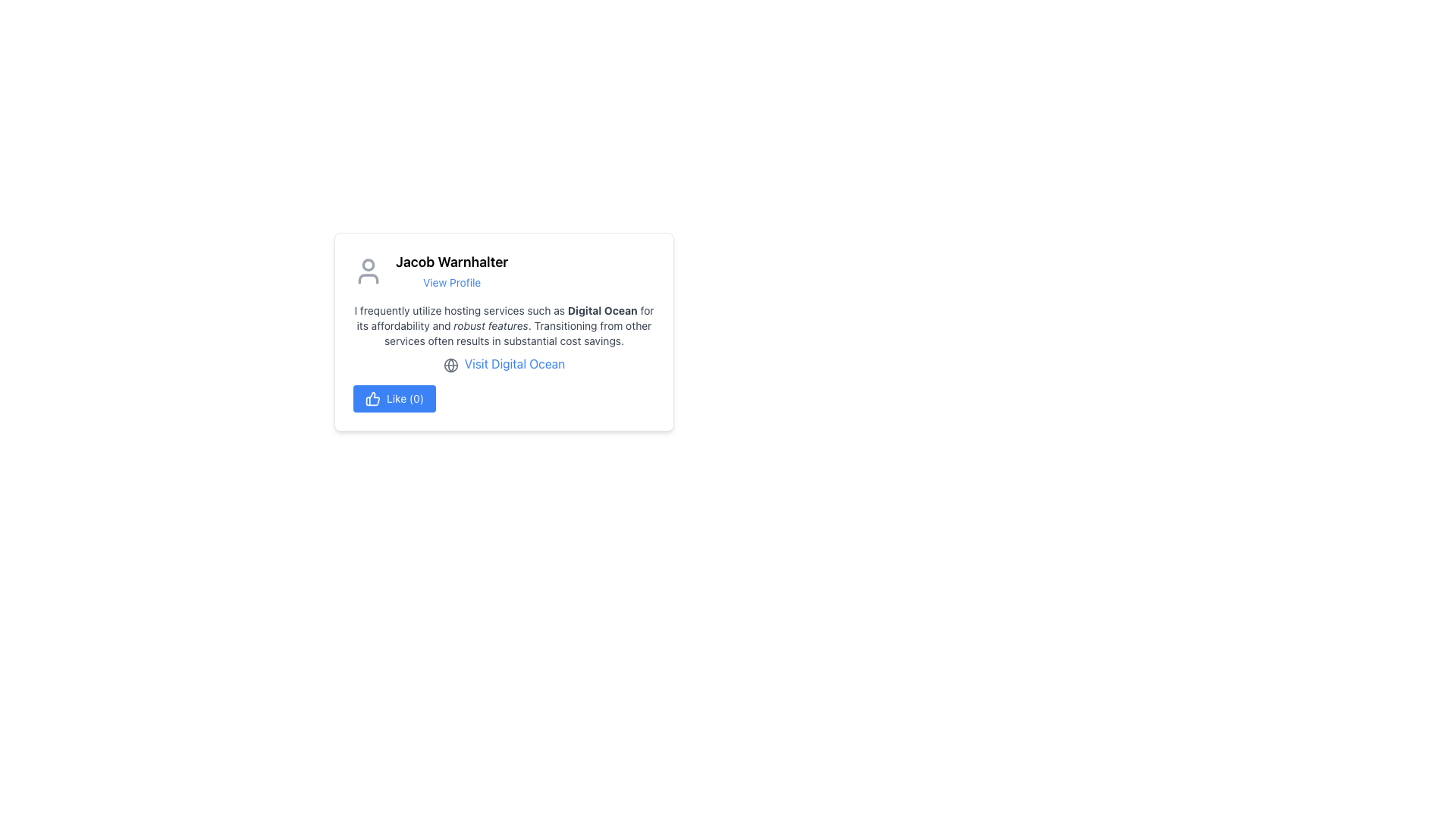 This screenshot has height=819, width=1456. I want to click on the thumbs-up icon for the 'Like (0)' button located in the lower-left section of the profile card, so click(372, 397).